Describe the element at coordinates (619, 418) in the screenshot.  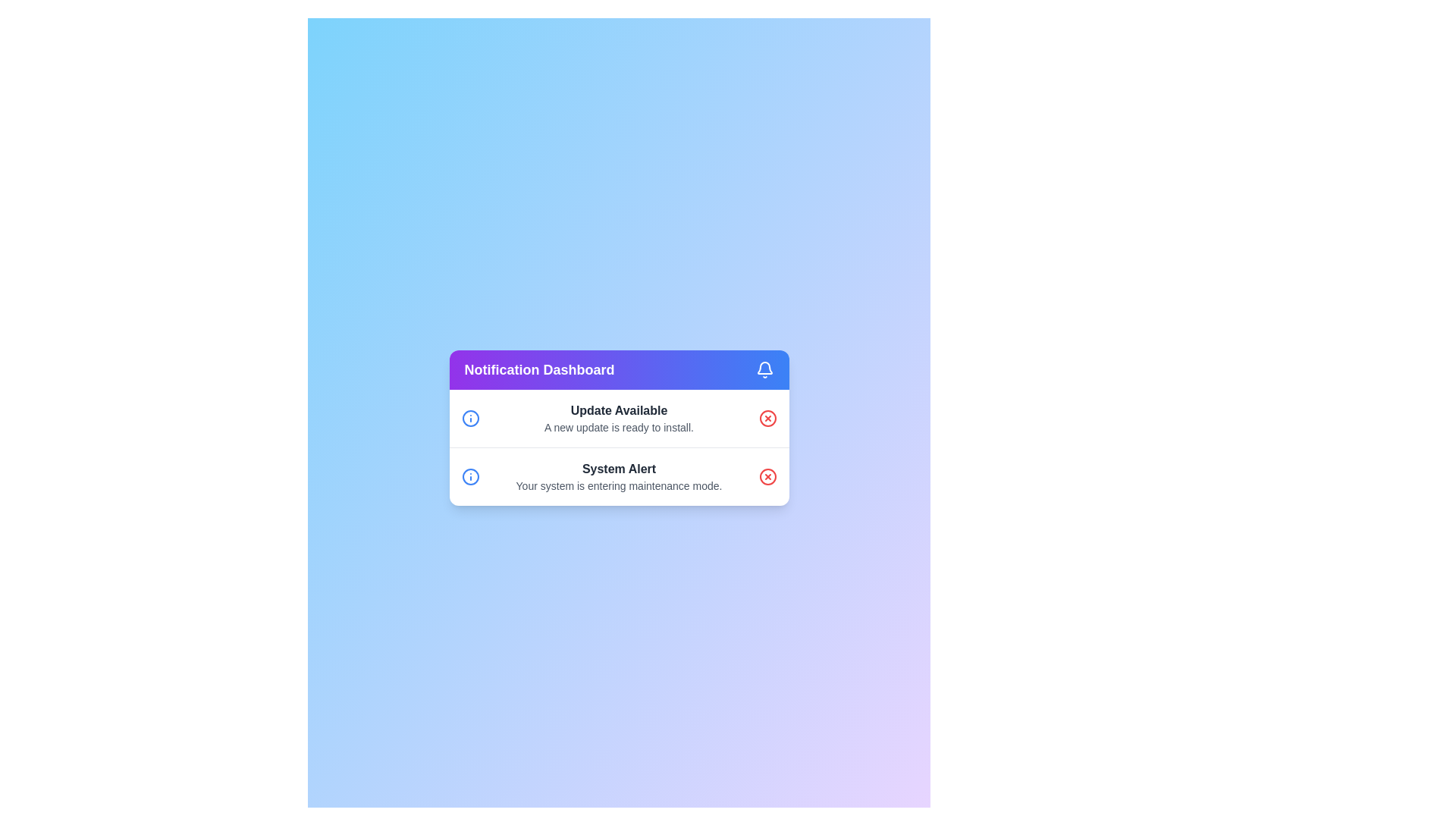
I see `text displayed in the 'Update Available' notification, which includes the title and subtitle, centered in the Notification Dashboard` at that location.